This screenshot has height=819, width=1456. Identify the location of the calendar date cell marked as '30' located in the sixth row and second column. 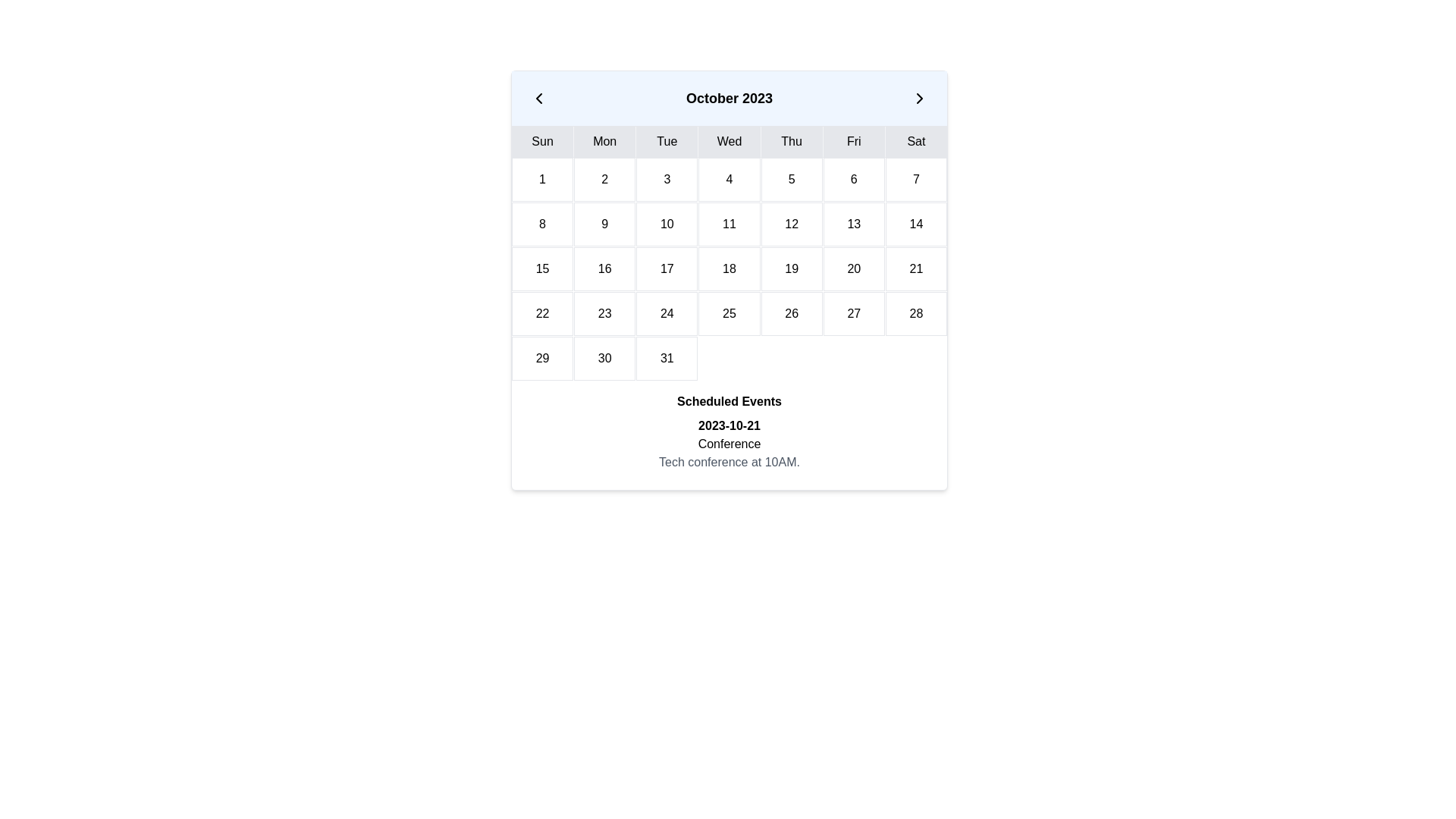
(604, 359).